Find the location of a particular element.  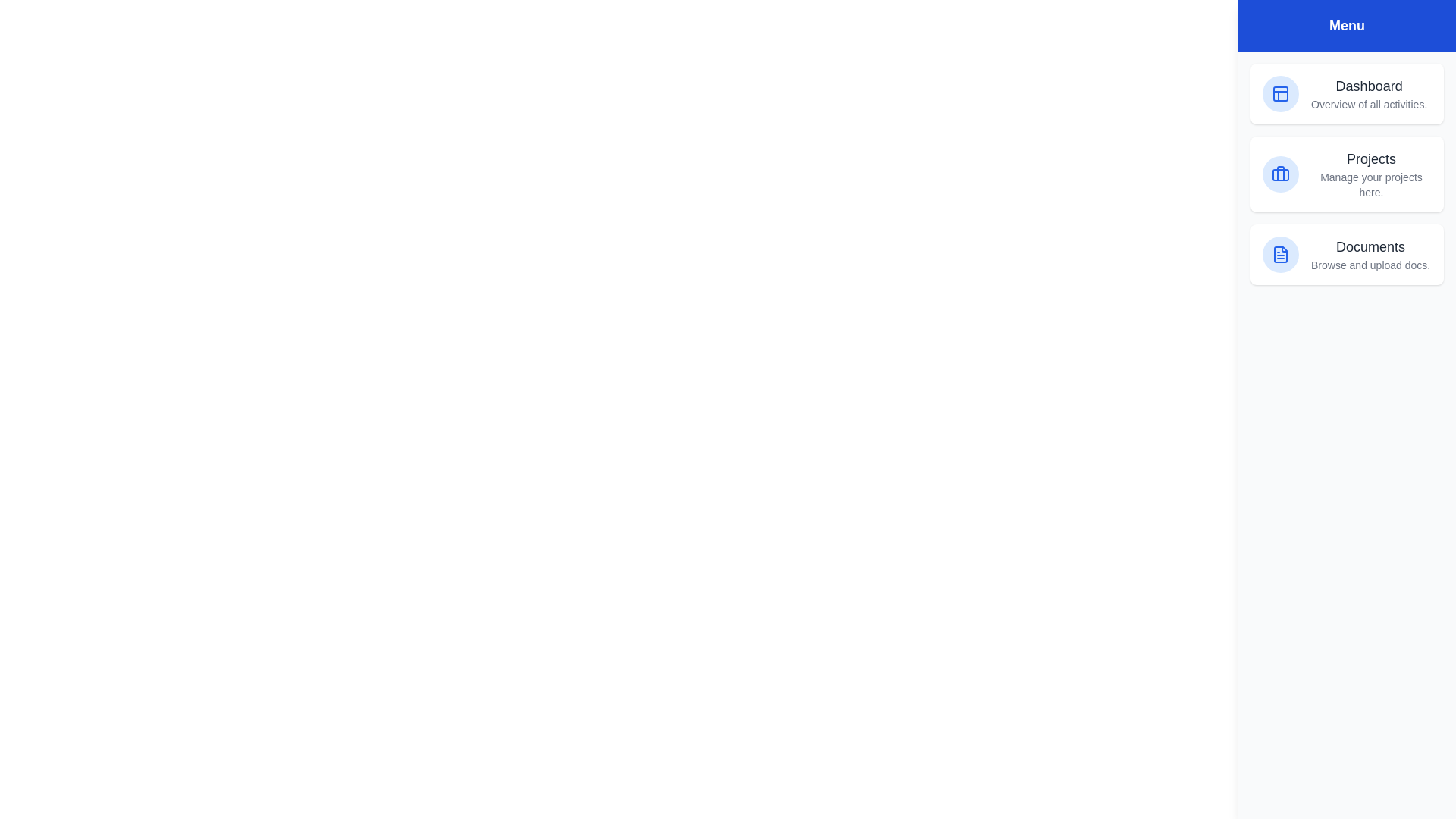

toggle button located at the top-right corner of the interface to toggle the drawer open or closed is located at coordinates (1422, 33).